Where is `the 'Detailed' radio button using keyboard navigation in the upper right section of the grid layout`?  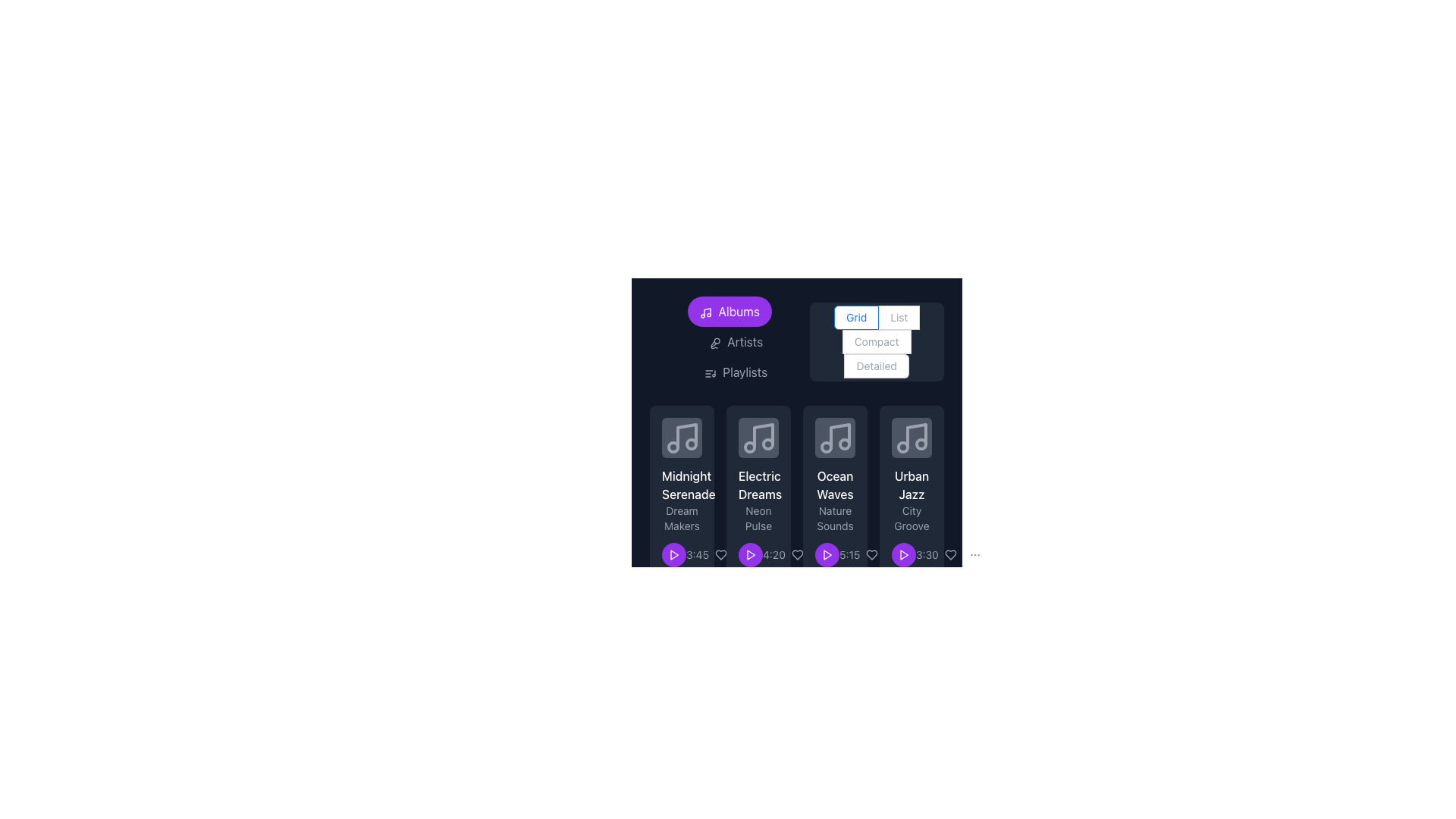 the 'Detailed' radio button using keyboard navigation in the upper right section of the grid layout is located at coordinates (877, 366).